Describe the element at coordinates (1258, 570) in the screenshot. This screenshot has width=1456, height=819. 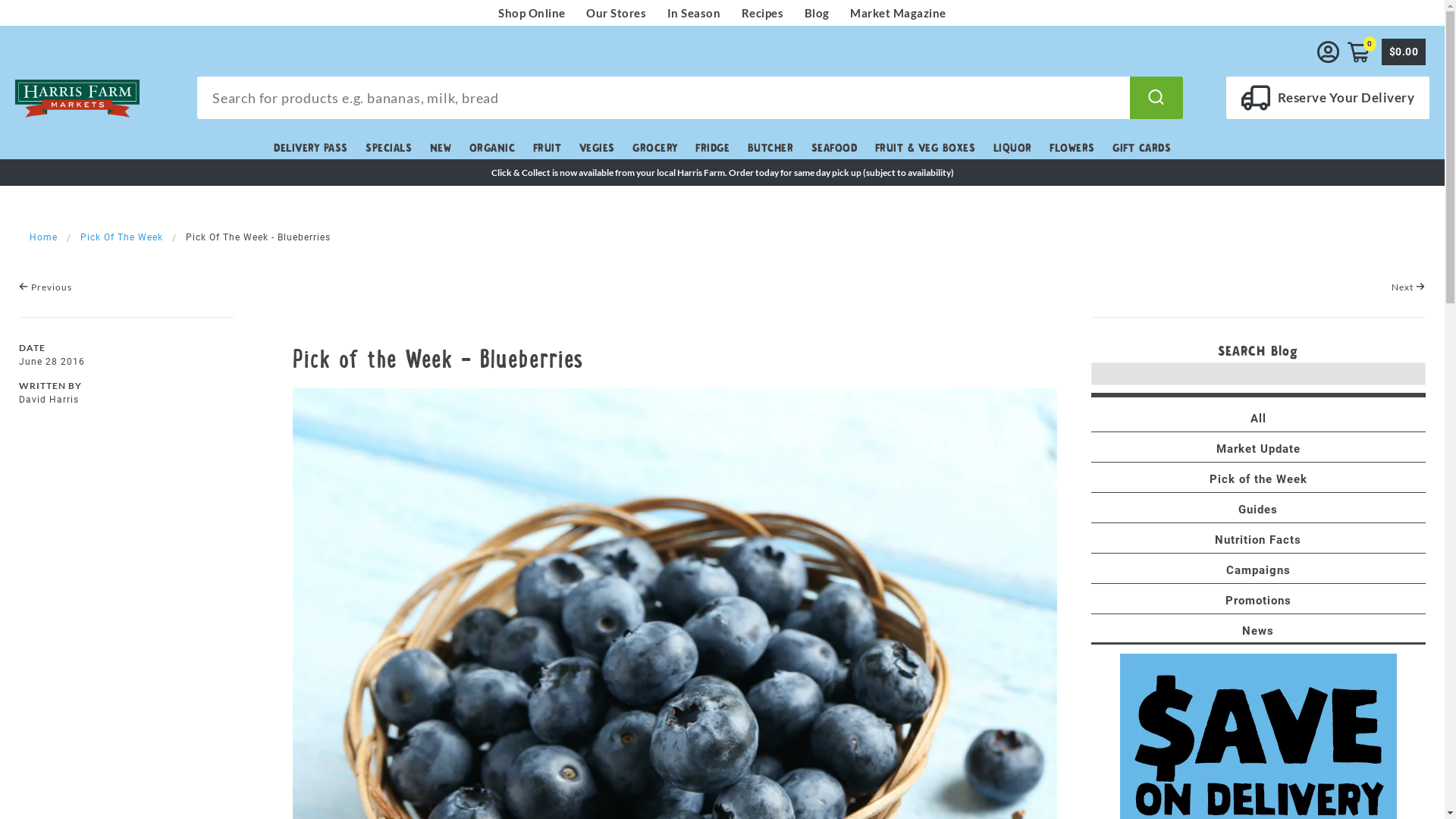
I see `'Campaigns'` at that location.